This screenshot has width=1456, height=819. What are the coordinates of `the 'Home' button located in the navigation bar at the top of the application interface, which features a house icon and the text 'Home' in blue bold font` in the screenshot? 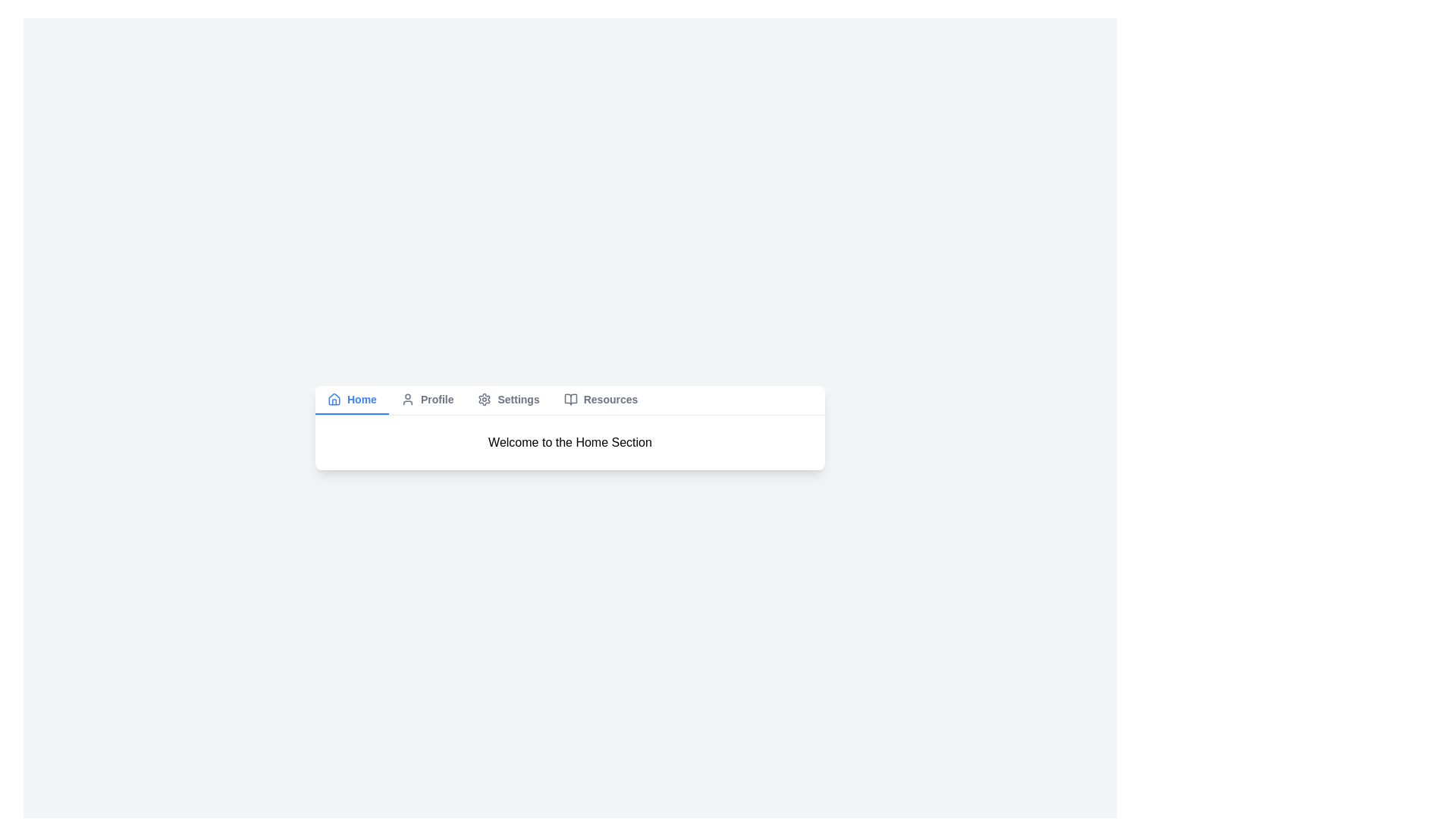 It's located at (351, 398).